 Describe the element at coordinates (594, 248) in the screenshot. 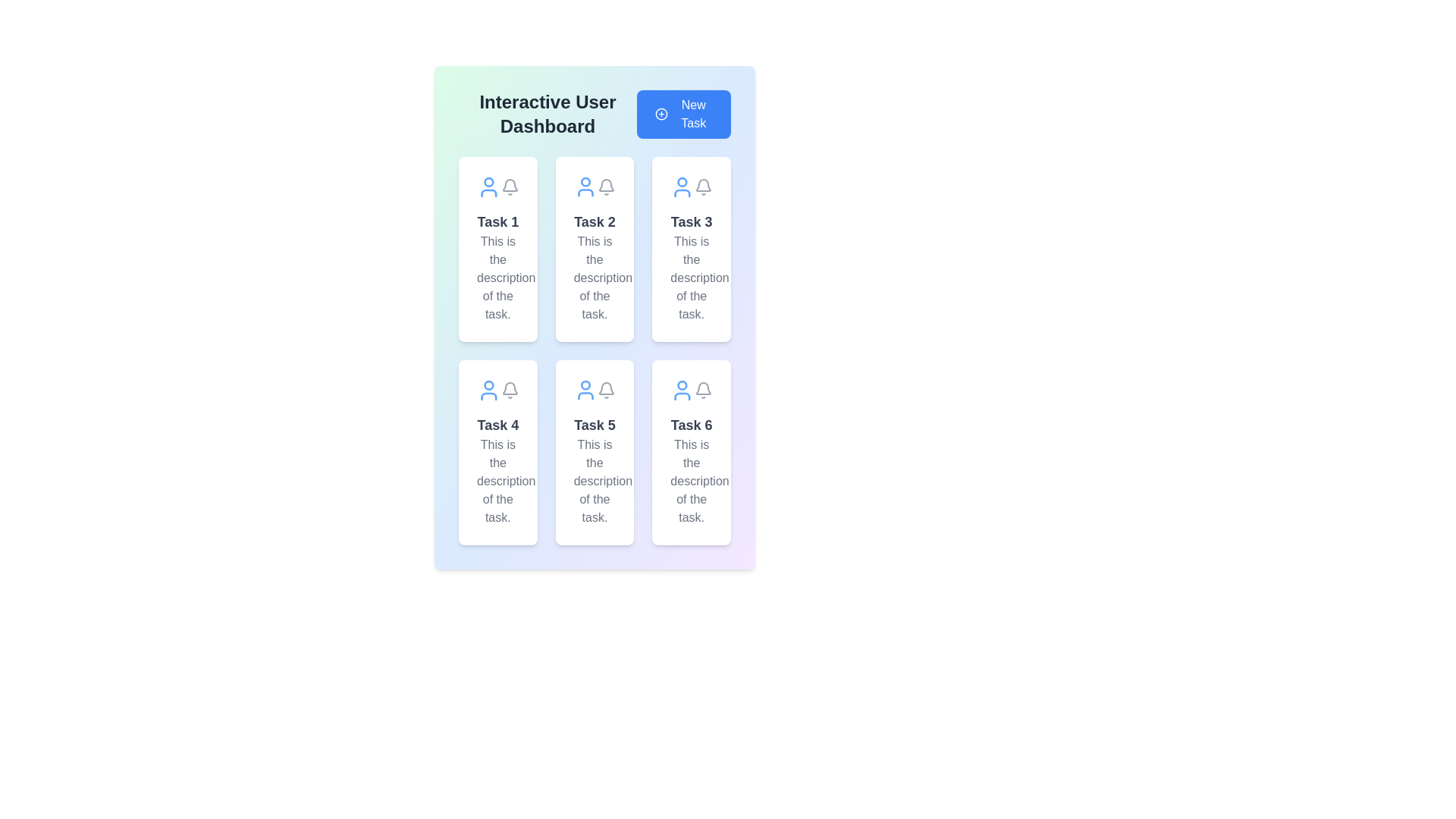

I see `the Card component that represents a task item, positioned in the second column of the first row, between 'Task 1' and 'Task 3'` at that location.